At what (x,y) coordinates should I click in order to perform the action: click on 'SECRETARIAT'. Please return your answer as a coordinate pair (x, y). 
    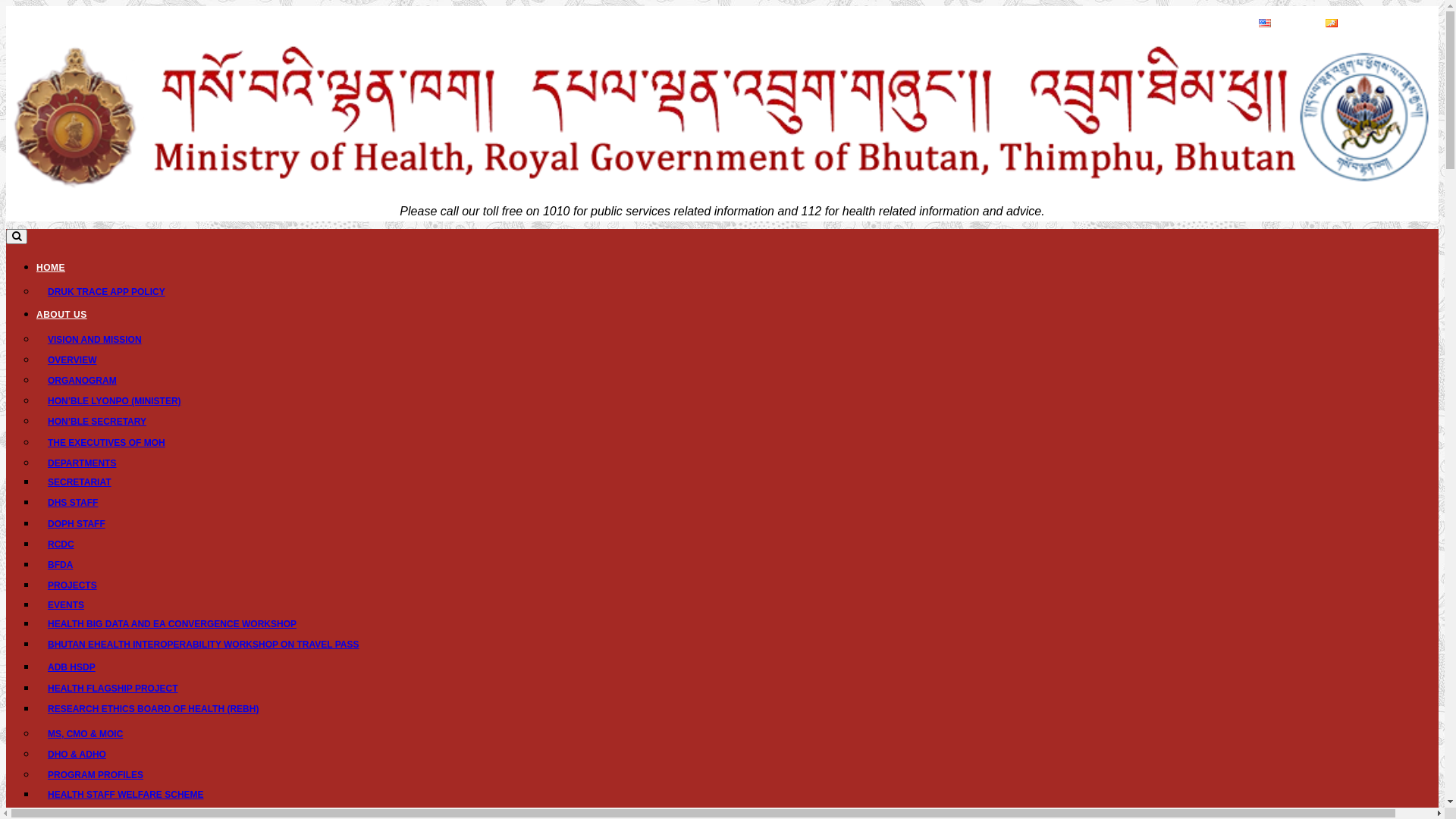
    Looking at the image, I should click on (86, 482).